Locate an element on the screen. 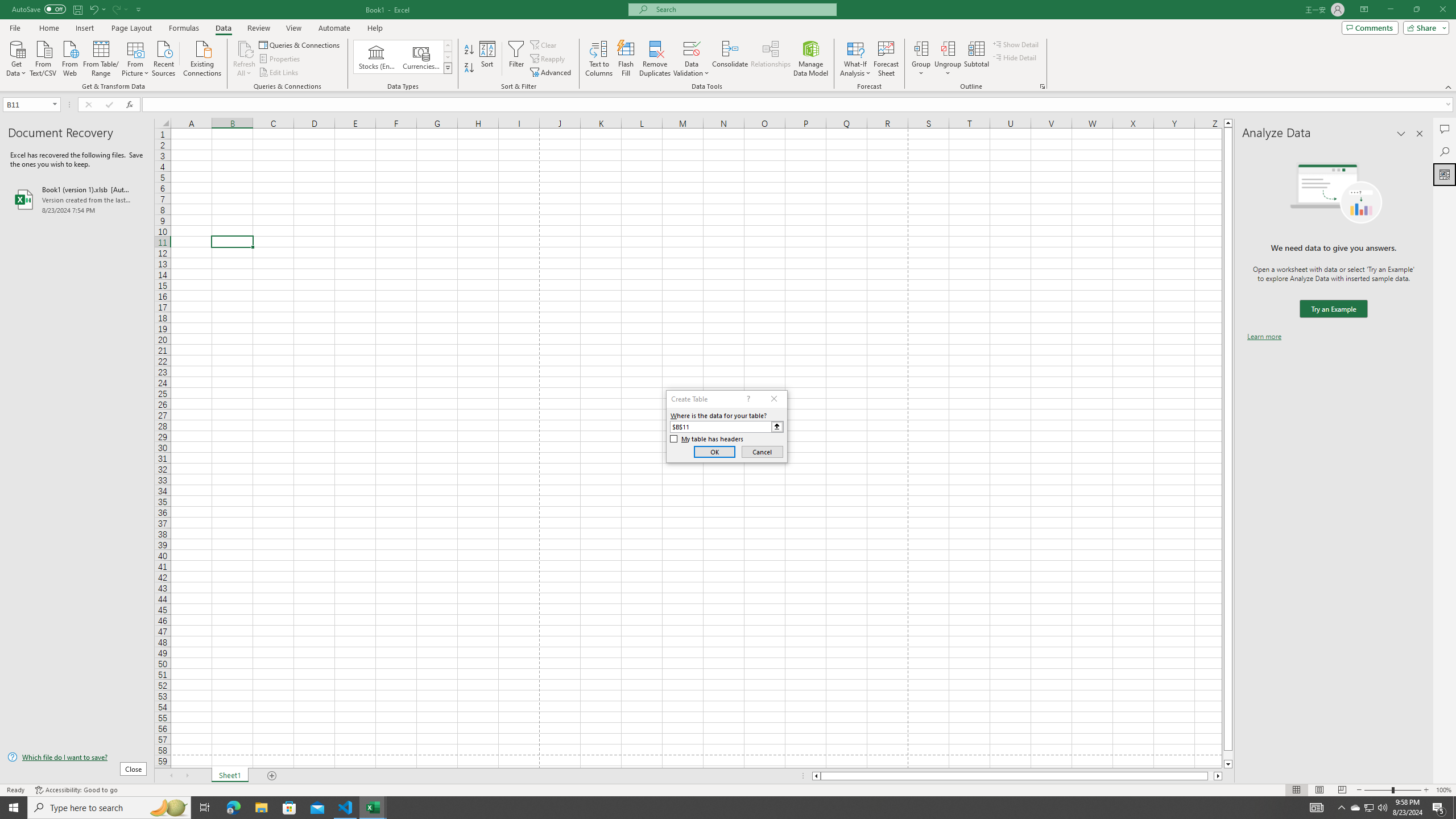 The height and width of the screenshot is (819, 1456). 'From Web' is located at coordinates (69, 57).